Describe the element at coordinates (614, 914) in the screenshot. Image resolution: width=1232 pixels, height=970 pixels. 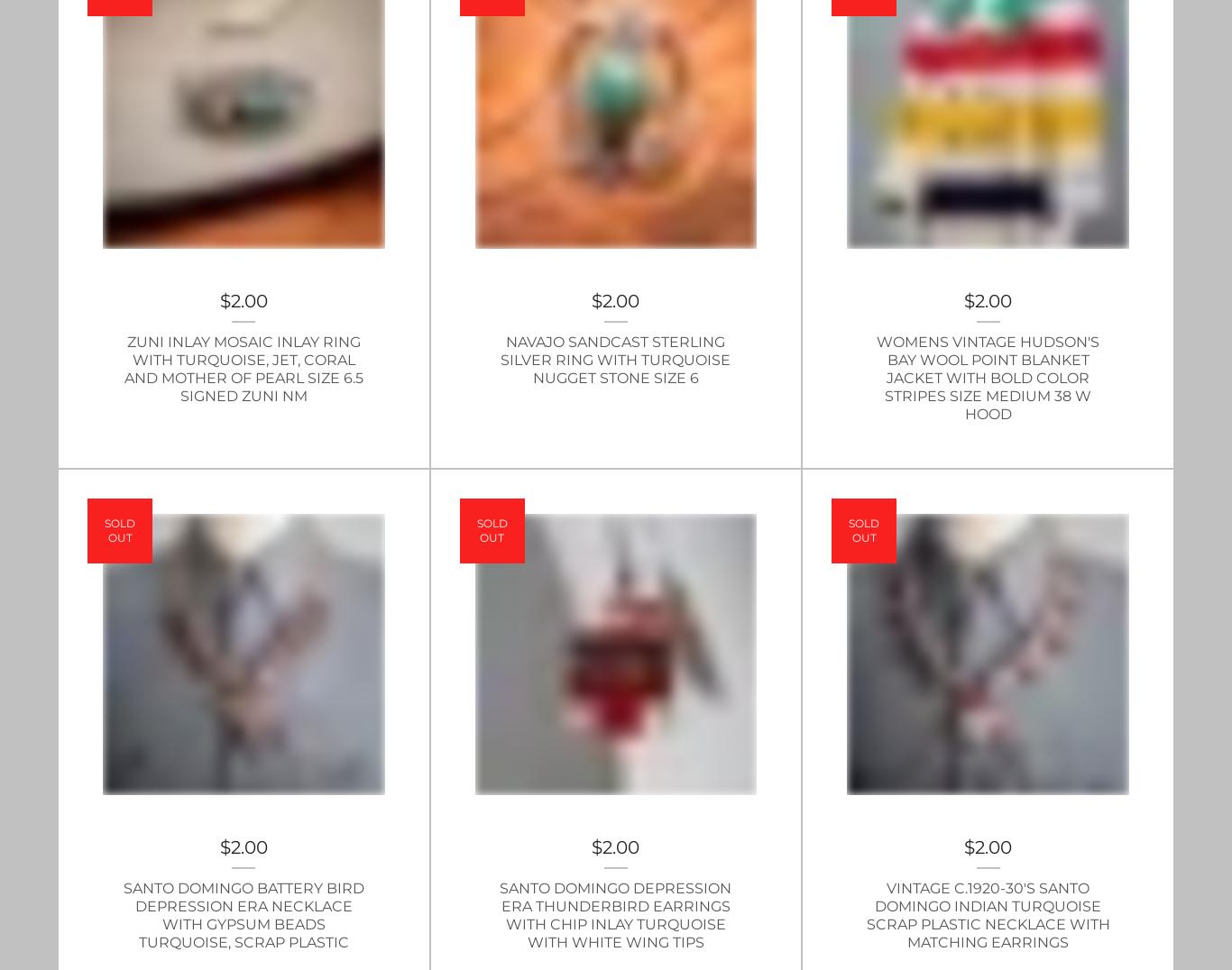
I see `'Santo Domingo Depression Era Thunderbird Earrings with chip inlay Turquoise with white wing tips'` at that location.